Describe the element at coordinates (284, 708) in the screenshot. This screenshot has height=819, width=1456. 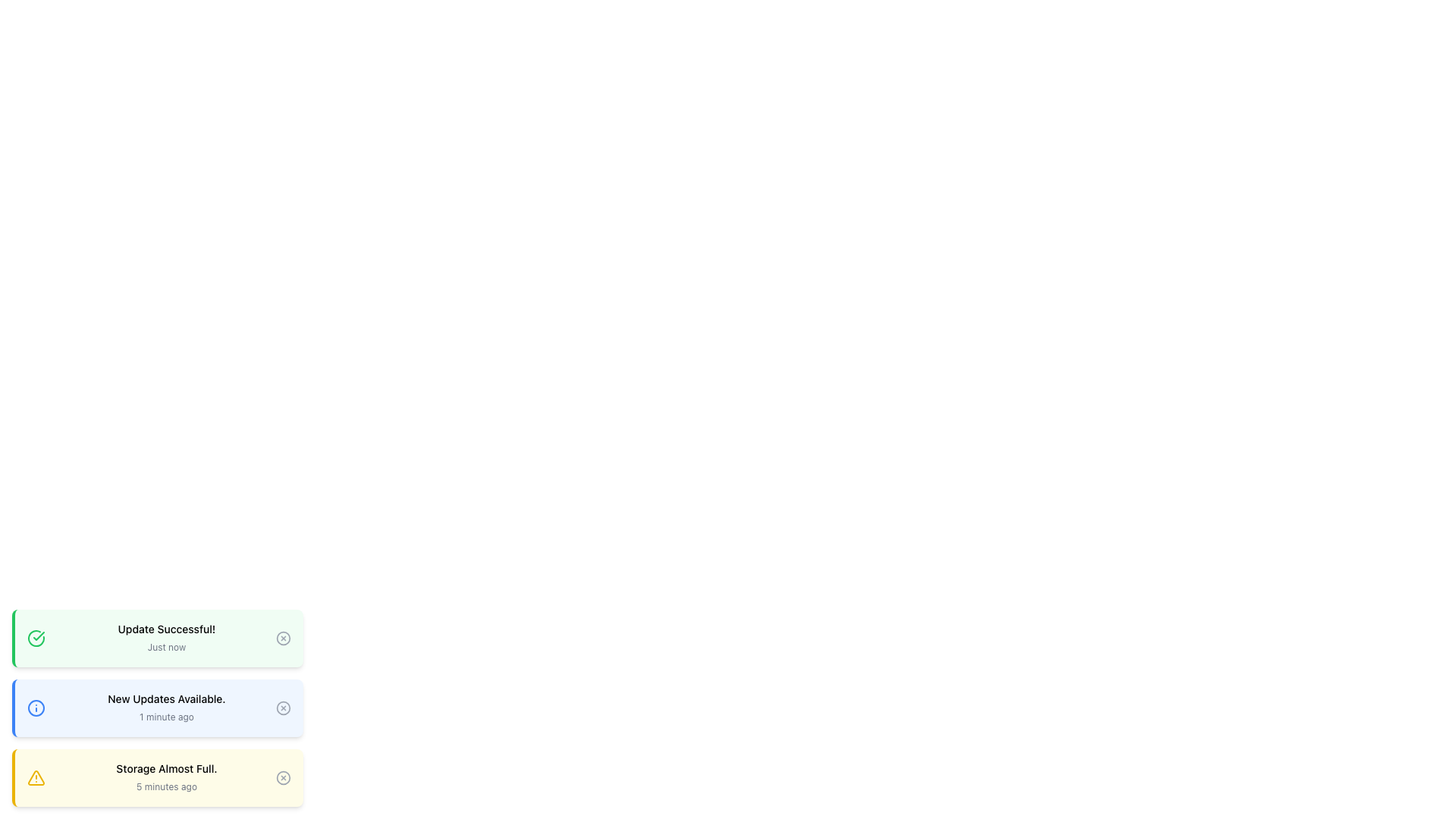
I see `the dismiss button, which is a circular icon with an 'X' symbol, located at the rightmost edge of the notification card displaying 'New Updates Available.'` at that location.